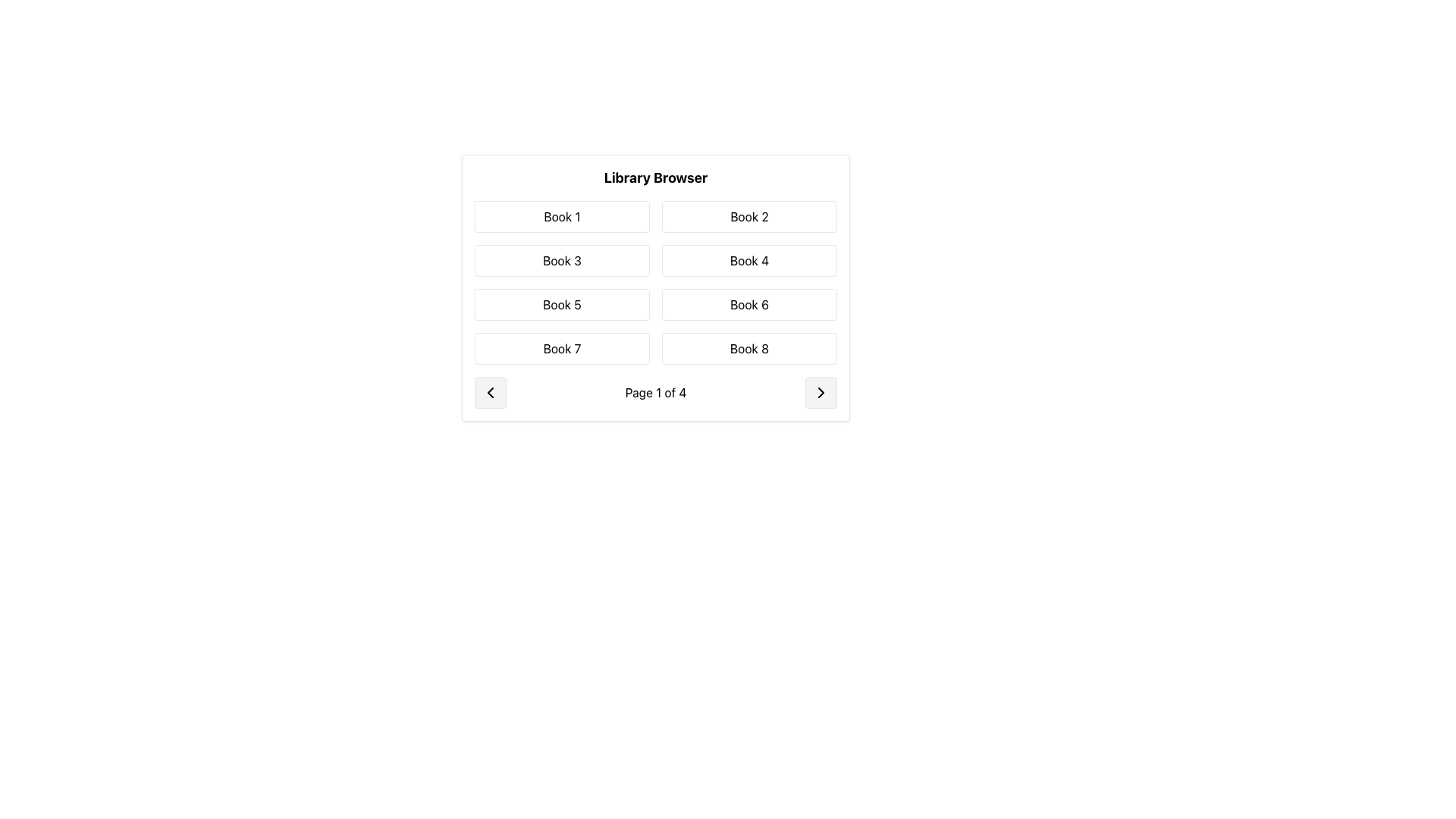 The width and height of the screenshot is (1456, 819). Describe the element at coordinates (821, 391) in the screenshot. I see `the chevron icon within the navigation button located at the bottom-right corner of the 'Library Browser' interface` at that location.